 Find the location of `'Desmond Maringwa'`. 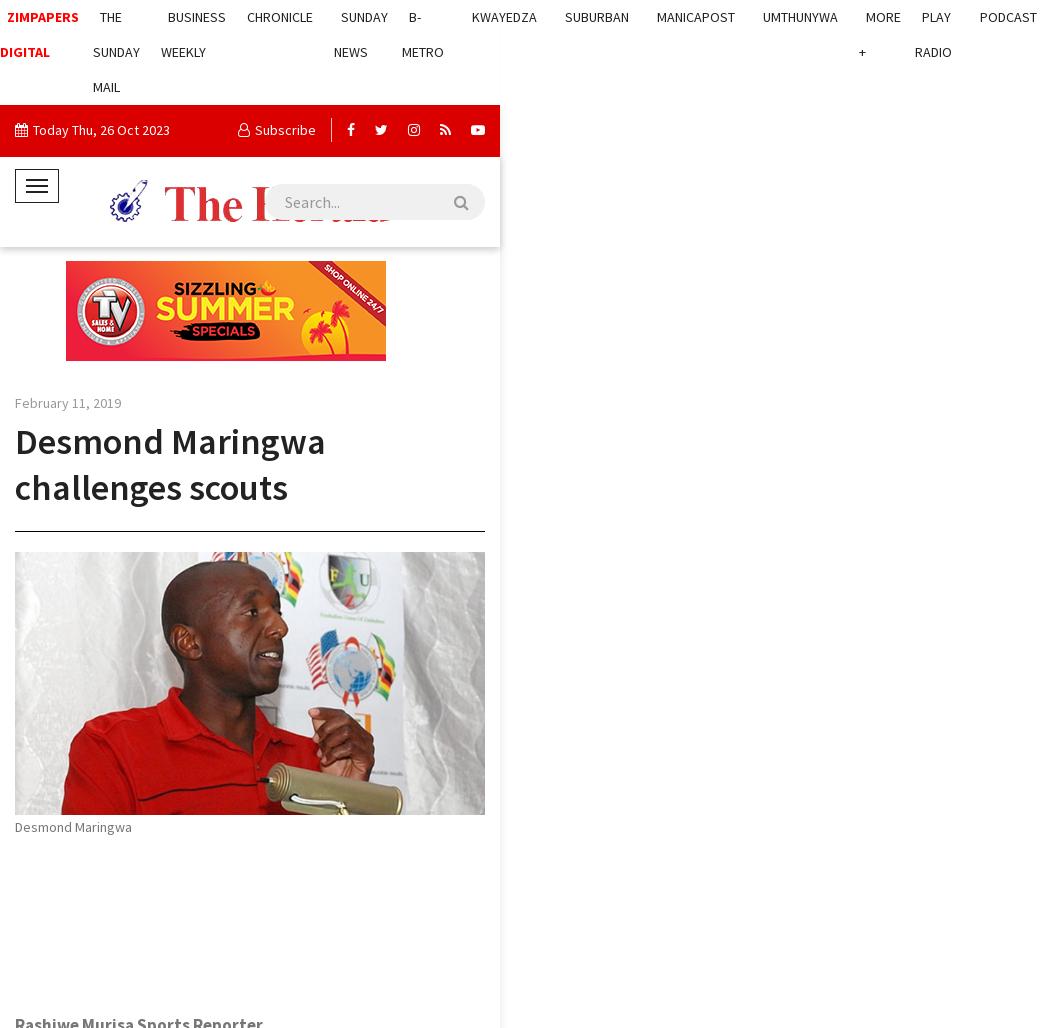

'Desmond Maringwa' is located at coordinates (14, 825).